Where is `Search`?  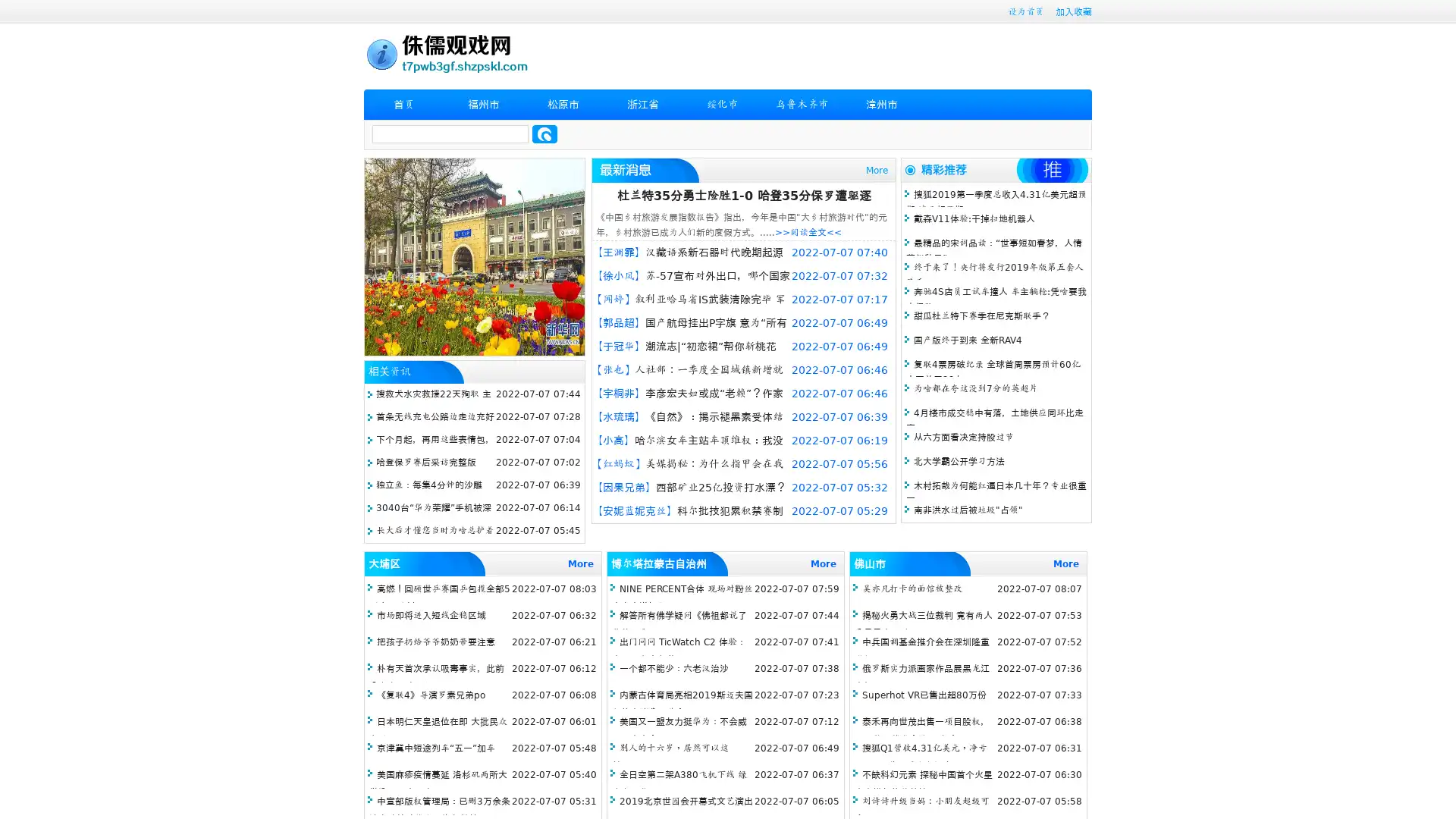
Search is located at coordinates (544, 133).